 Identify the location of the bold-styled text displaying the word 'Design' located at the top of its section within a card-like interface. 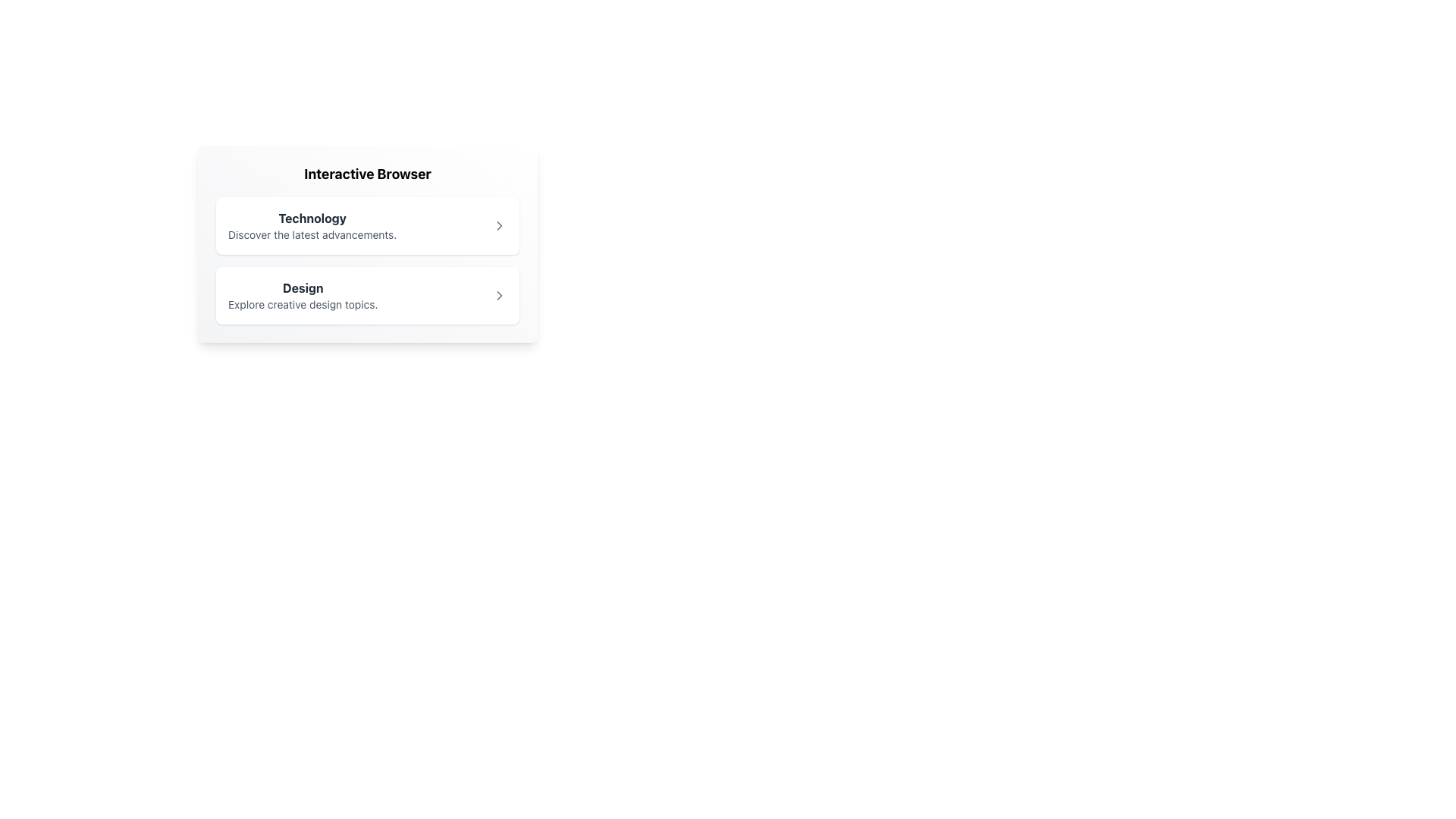
(303, 288).